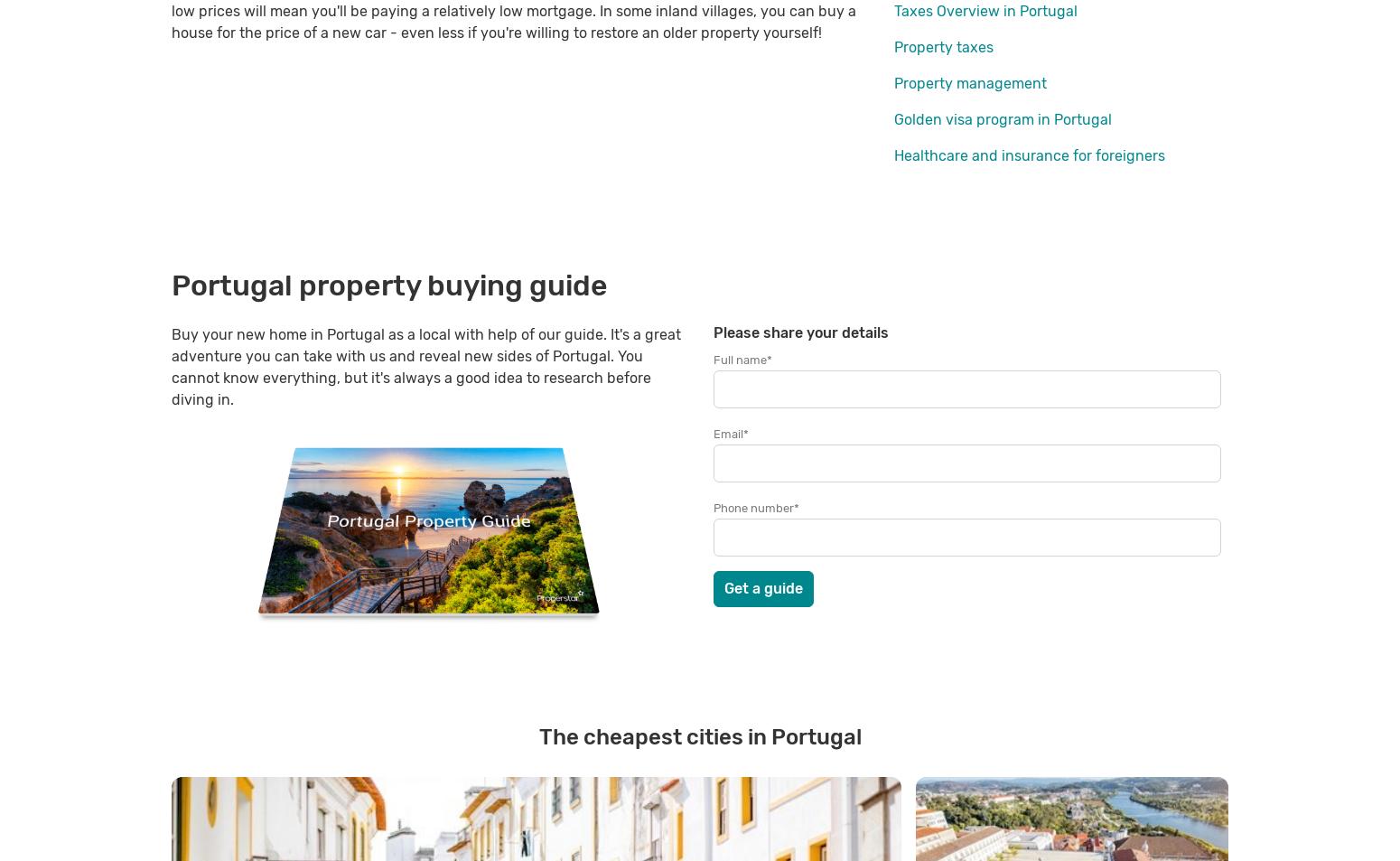 The image size is (1400, 861). I want to click on 'Property taxes', so click(944, 46).